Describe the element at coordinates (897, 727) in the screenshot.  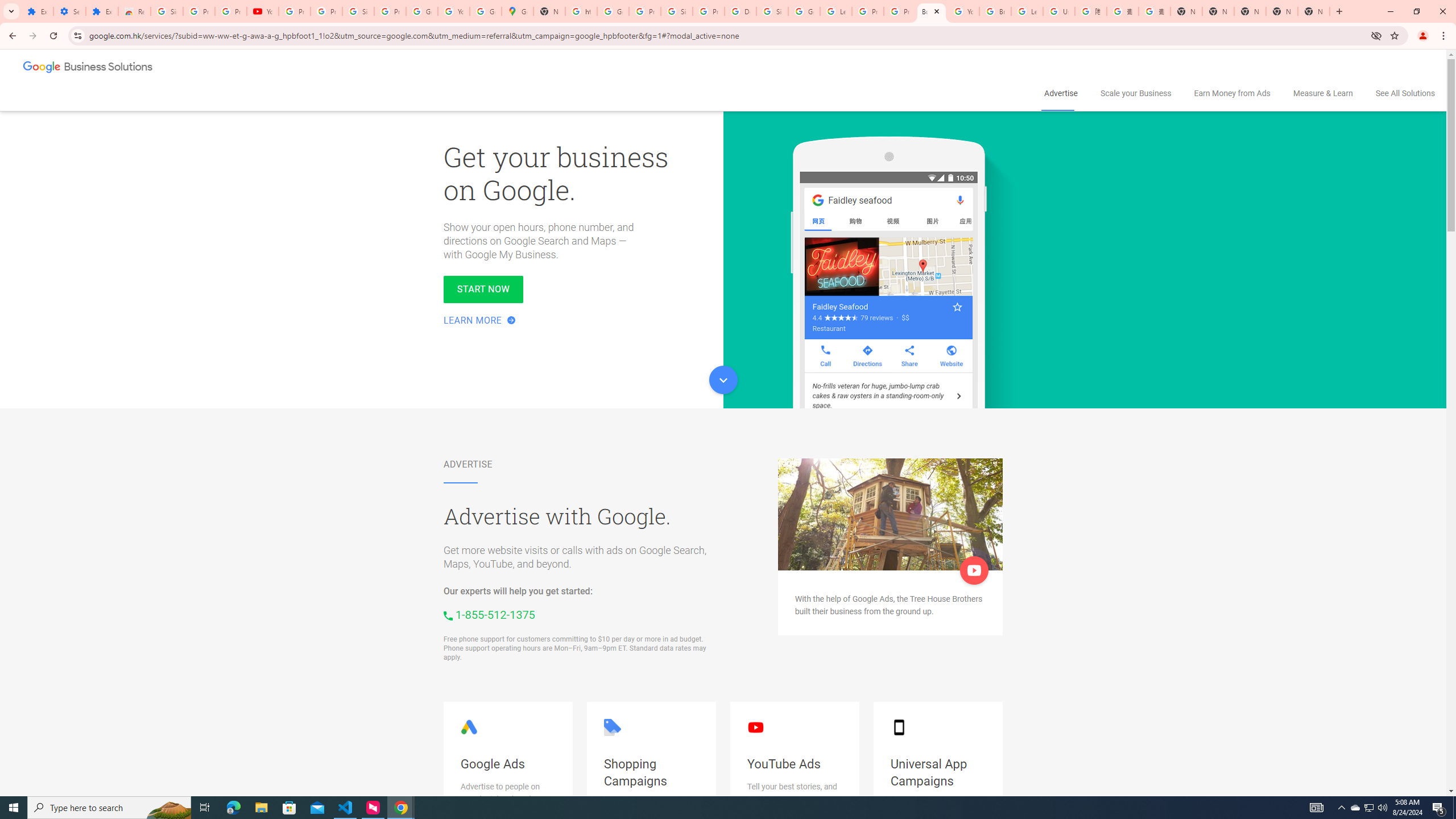
I see `'smartphone black'` at that location.